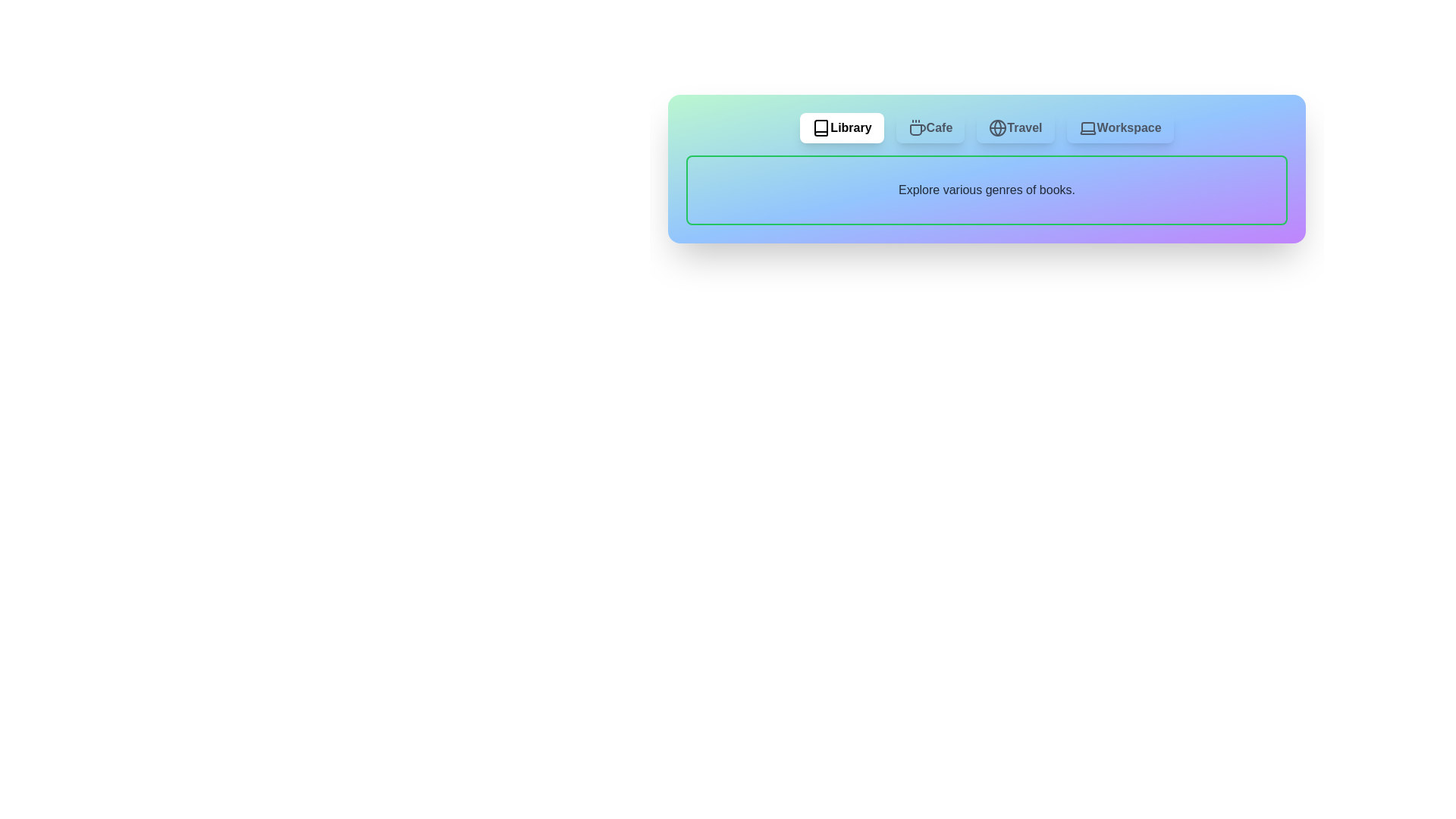 The width and height of the screenshot is (1456, 819). Describe the element at coordinates (929, 127) in the screenshot. I see `the Cafe button to observe its hover effect` at that location.